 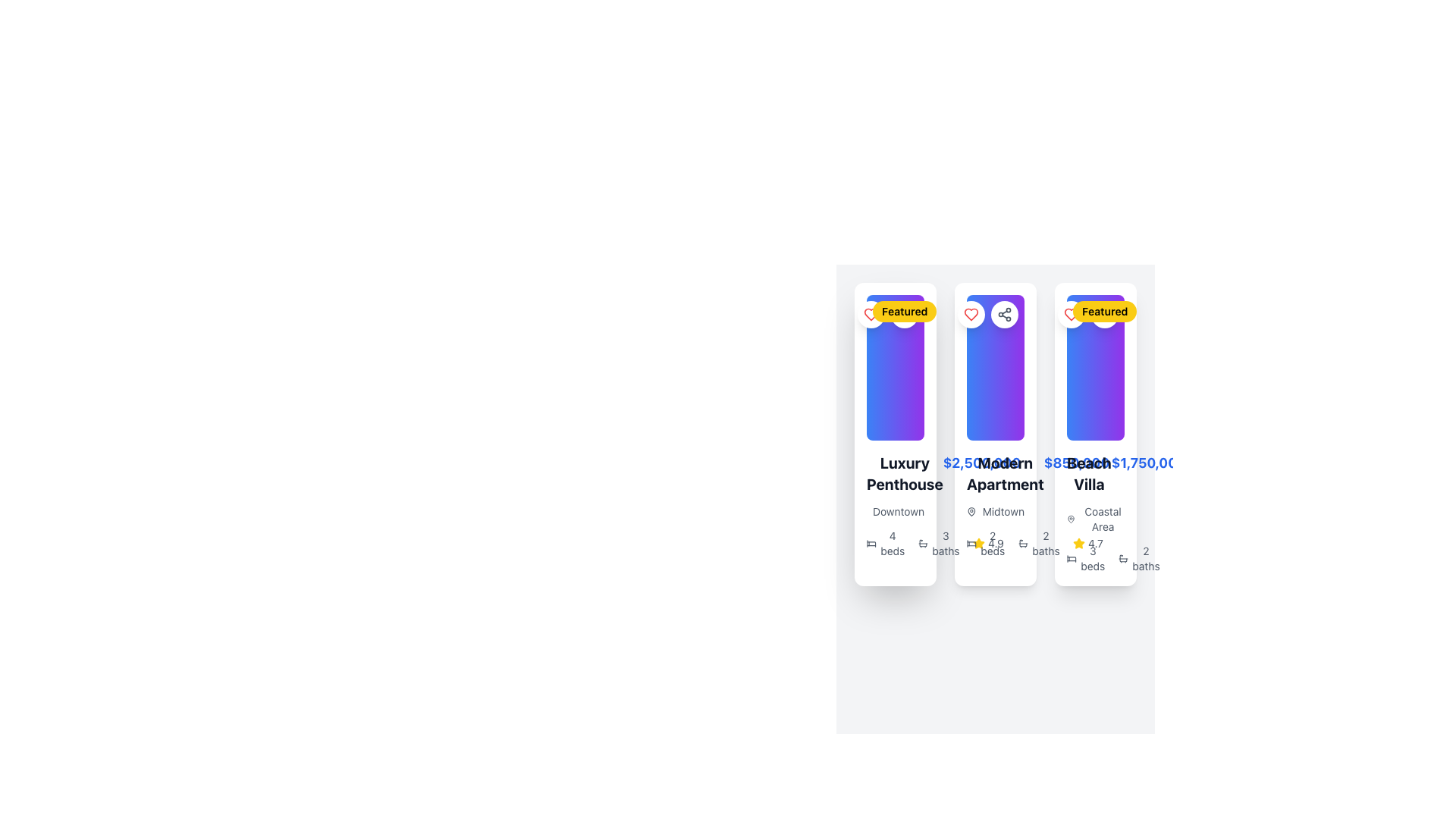 I want to click on the star rating icon located to the left of the text '4.7' in the rating information section, so click(x=1078, y=543).